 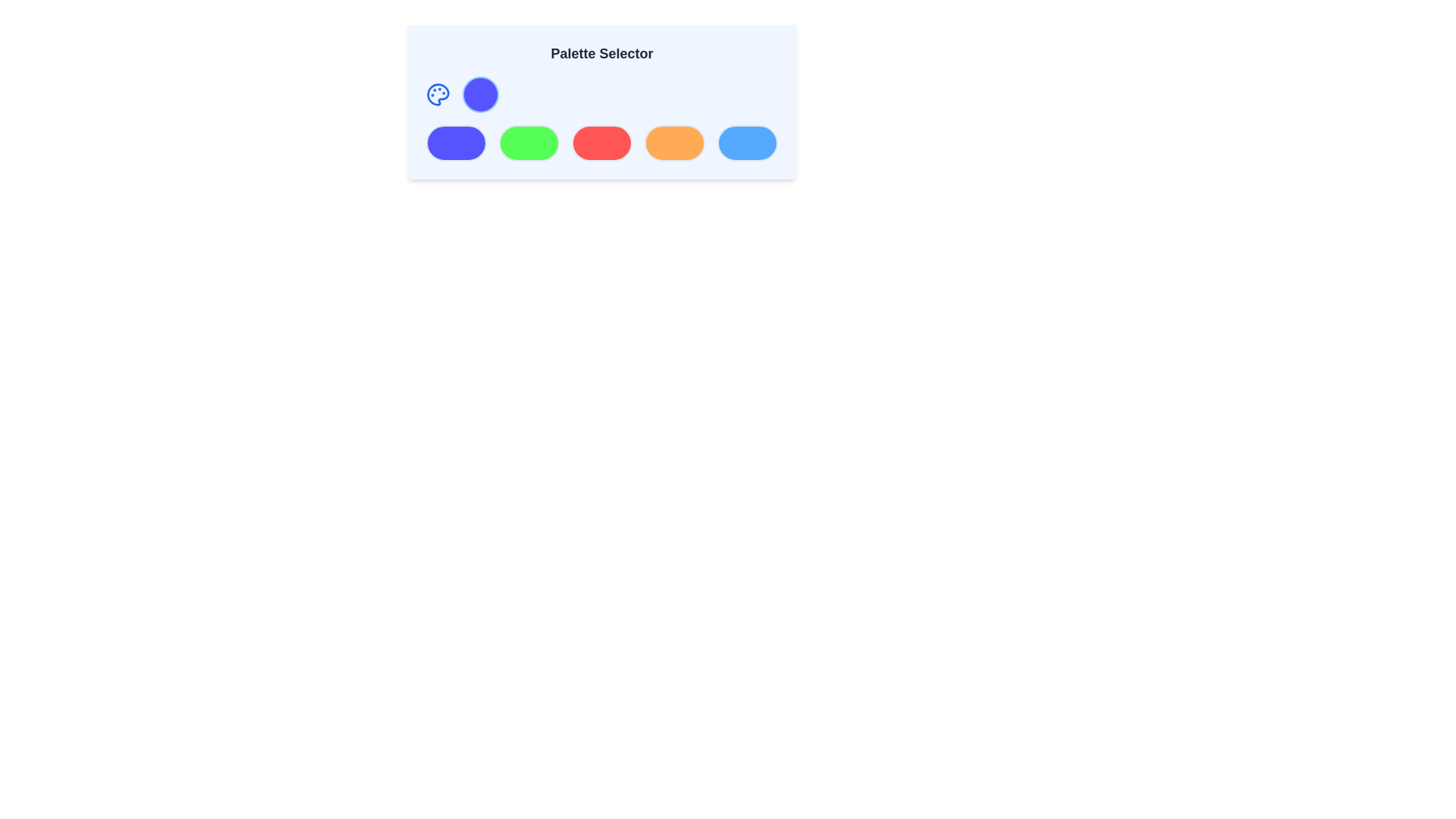 What do you see at coordinates (601, 143) in the screenshot?
I see `the circular red button, which is the third button in a horizontal row of five within the palette selector` at bounding box center [601, 143].